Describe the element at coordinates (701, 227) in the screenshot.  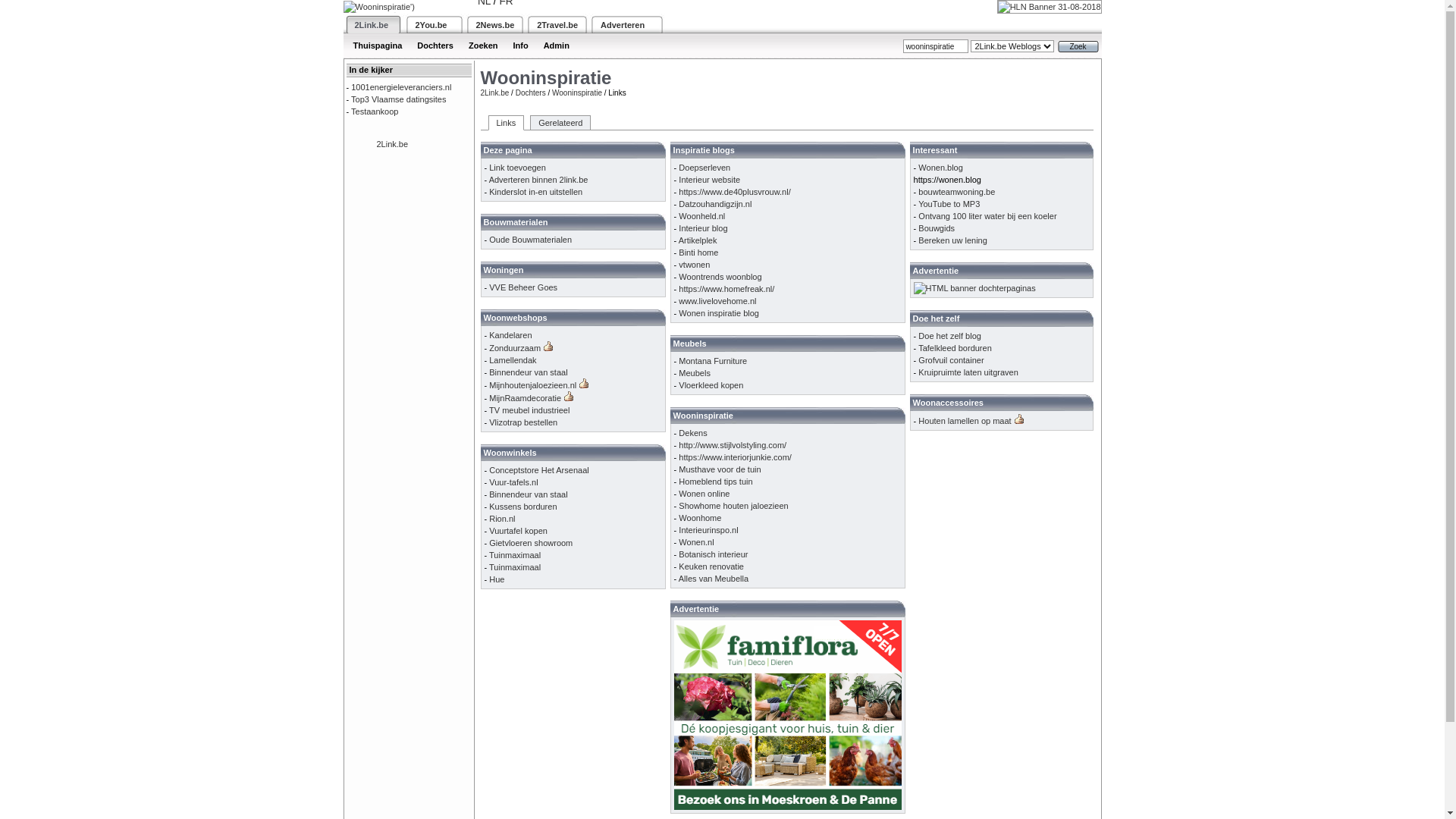
I see `'Interieur blog'` at that location.